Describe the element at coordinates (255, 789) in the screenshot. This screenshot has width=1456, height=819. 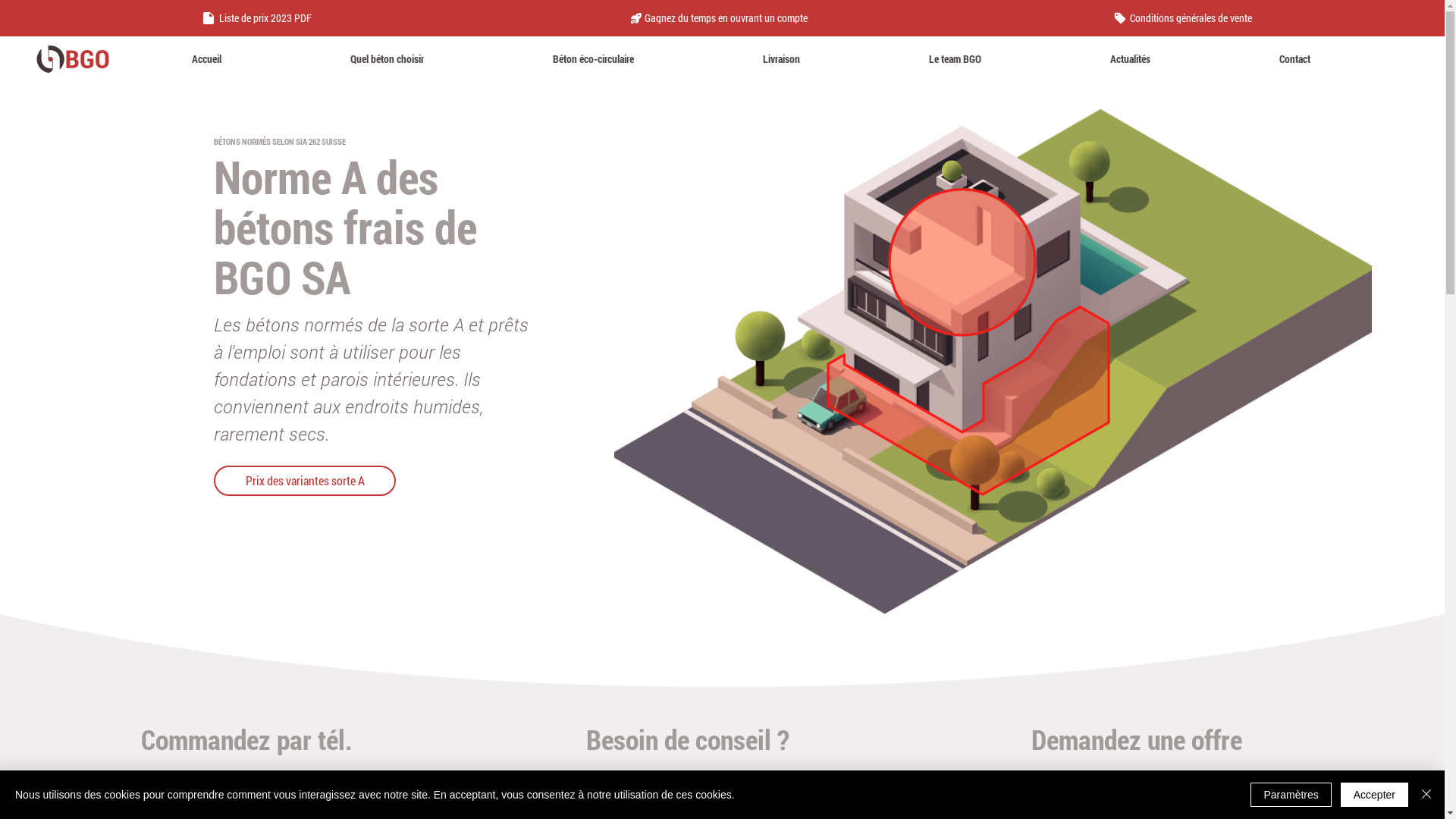
I see `'+41 21 869 06 61'` at that location.